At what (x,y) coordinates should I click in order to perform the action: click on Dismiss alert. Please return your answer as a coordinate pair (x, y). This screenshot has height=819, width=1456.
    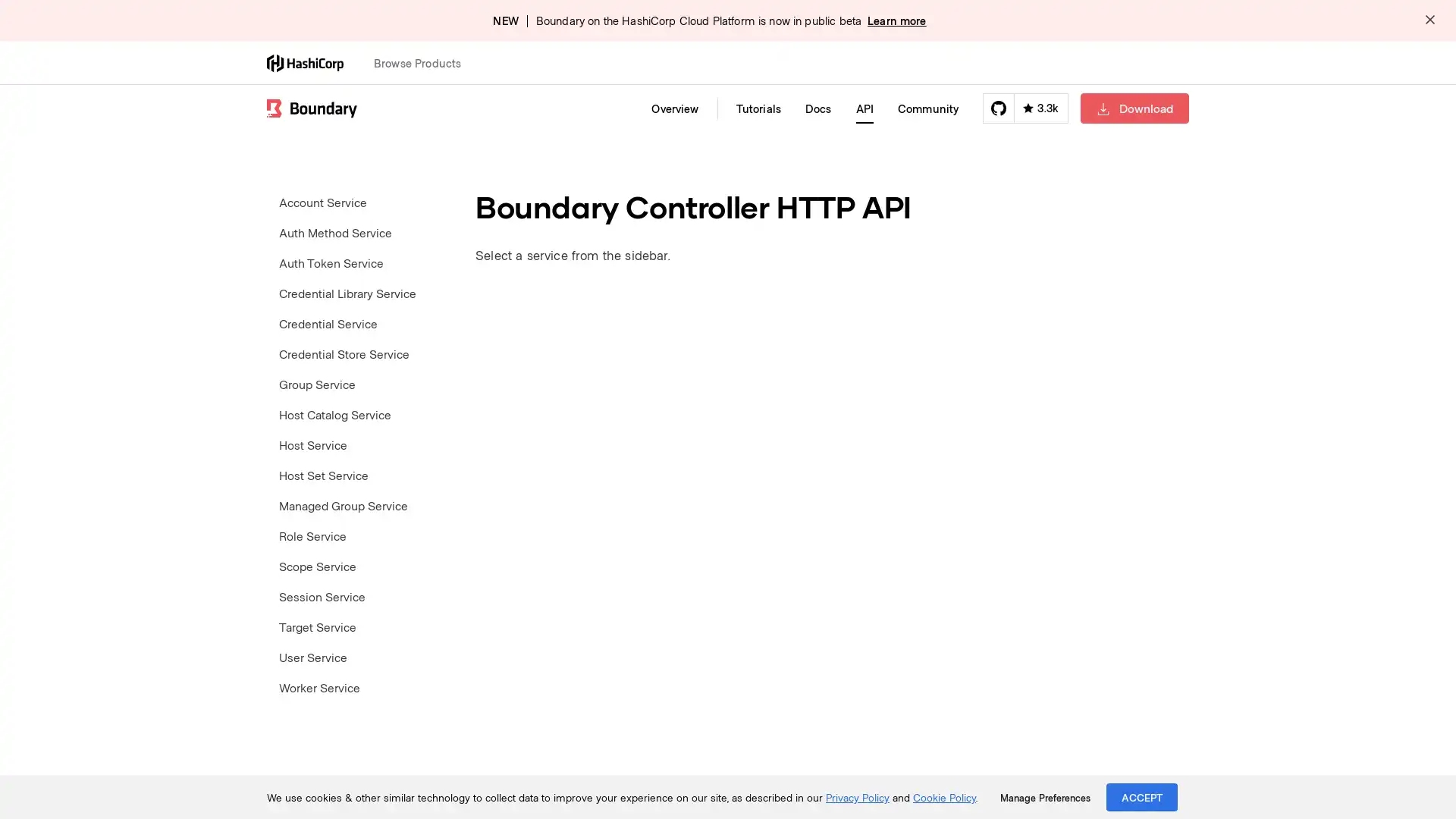
    Looking at the image, I should click on (1429, 20).